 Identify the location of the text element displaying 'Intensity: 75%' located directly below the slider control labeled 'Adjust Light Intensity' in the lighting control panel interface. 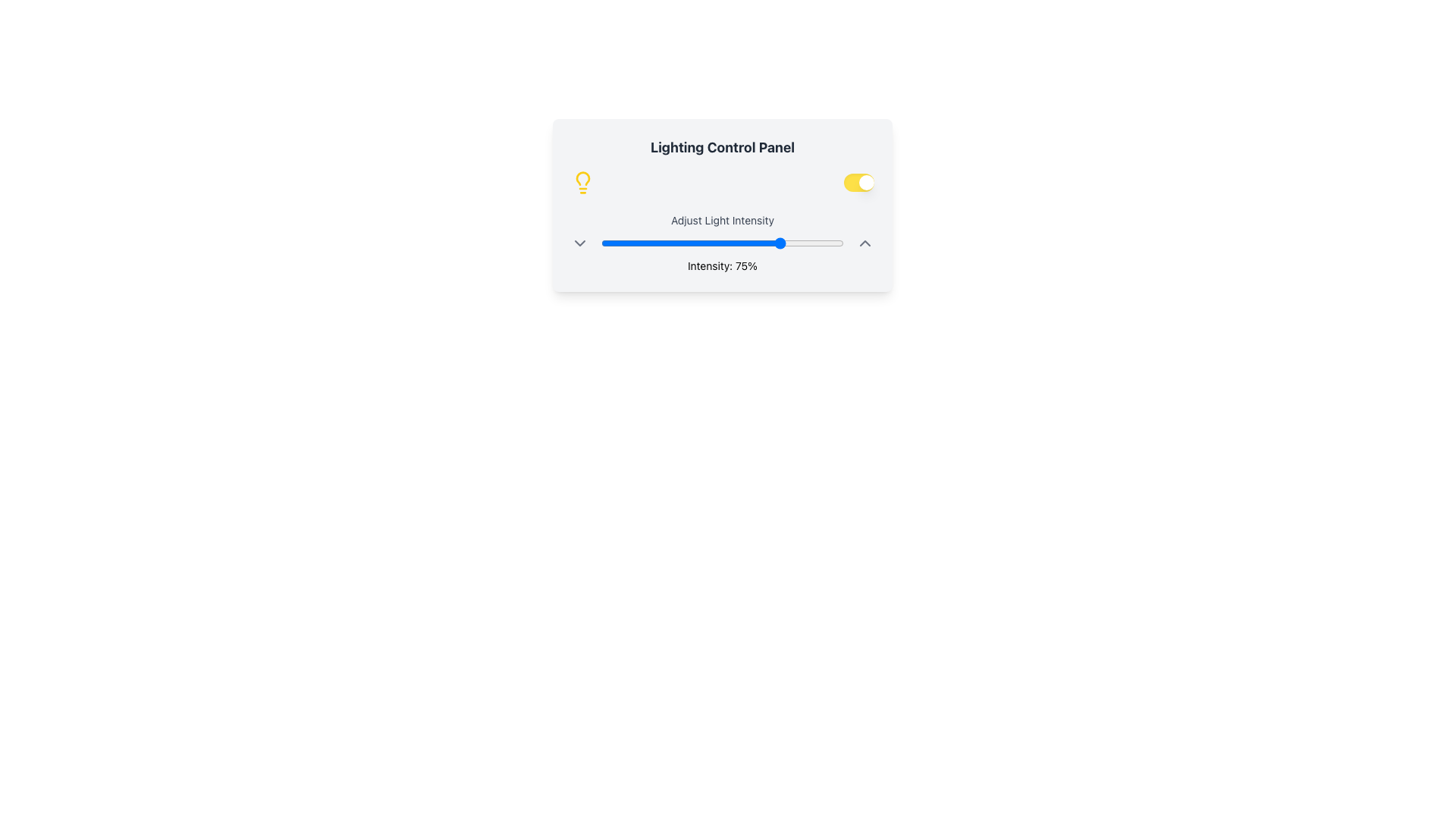
(722, 265).